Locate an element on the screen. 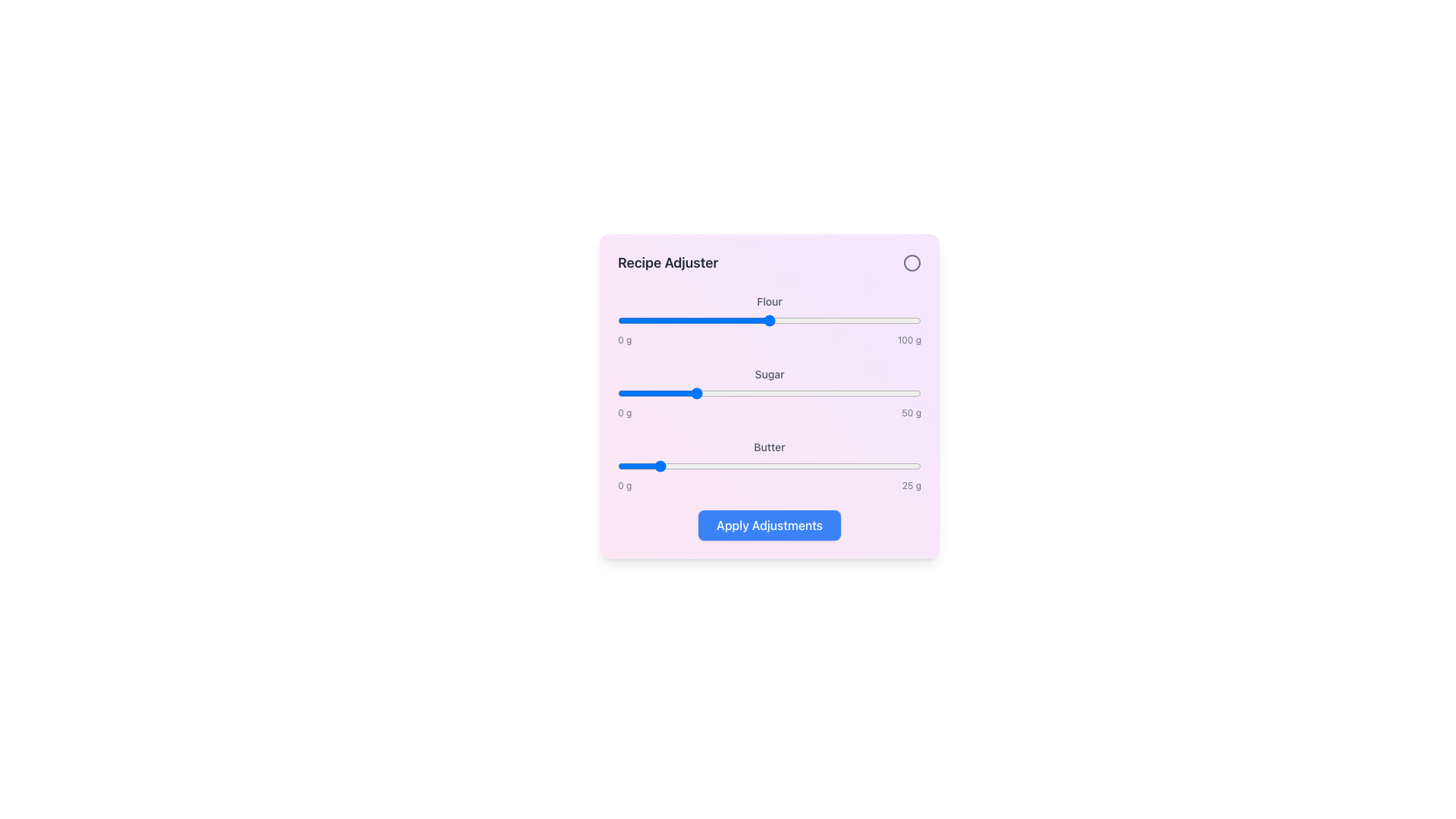 The image size is (1456, 819). the static text displaying numerical range values that shows '0 g' on the left and '100 g' on the right, positioned directly beneath the 'Flour' slider is located at coordinates (769, 339).